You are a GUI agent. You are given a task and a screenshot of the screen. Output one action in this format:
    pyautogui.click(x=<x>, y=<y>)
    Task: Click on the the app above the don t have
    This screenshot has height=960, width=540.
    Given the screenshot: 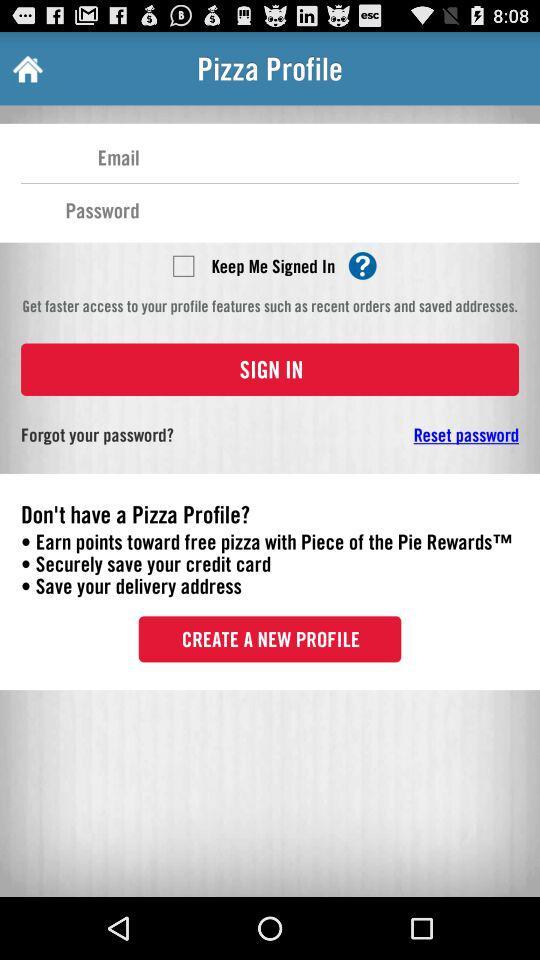 What is the action you would take?
    pyautogui.click(x=405, y=434)
    